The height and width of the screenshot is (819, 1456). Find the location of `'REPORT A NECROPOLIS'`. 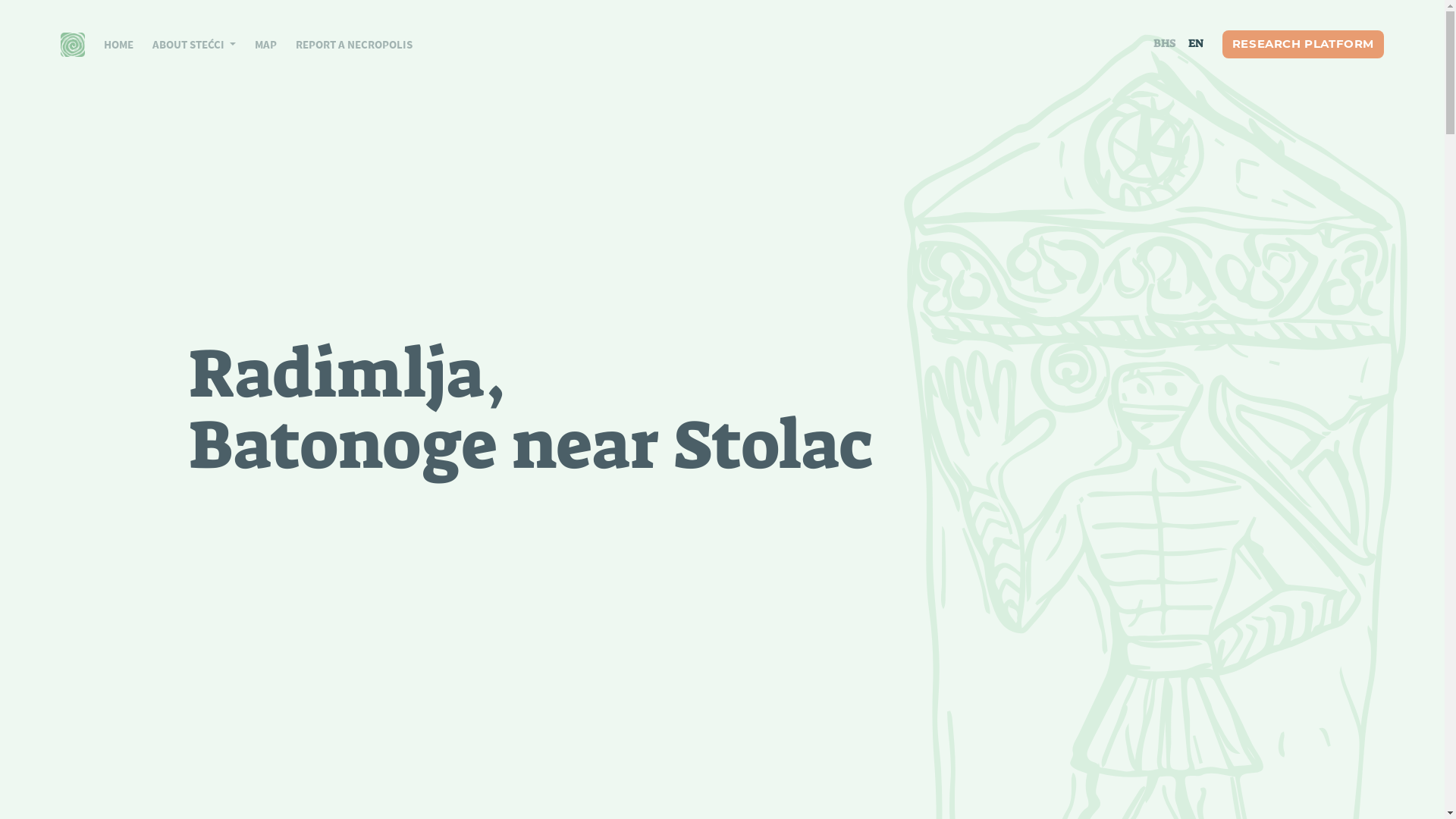

'REPORT A NECROPOLIS' is located at coordinates (344, 43).